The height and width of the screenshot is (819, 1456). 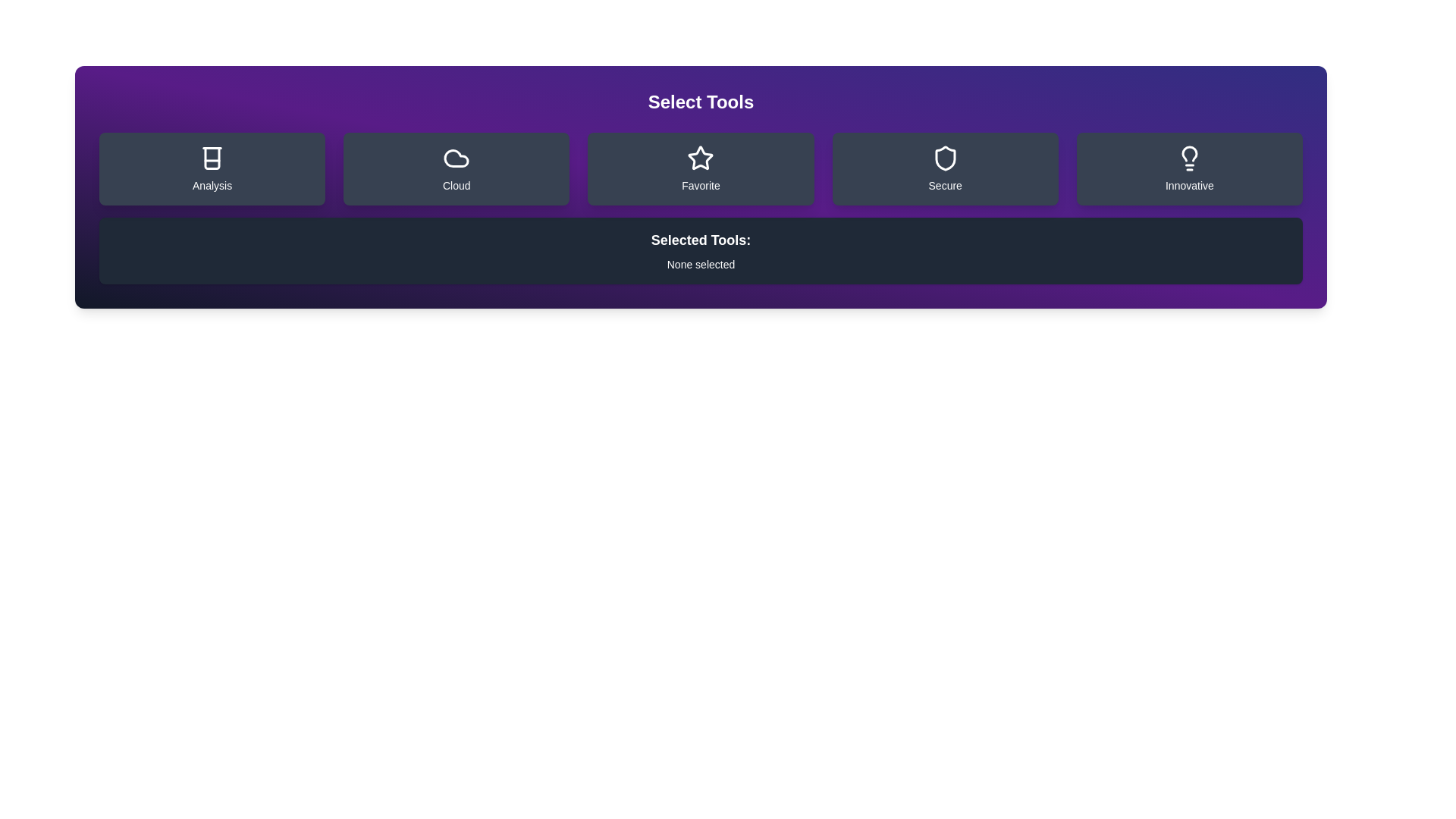 What do you see at coordinates (456, 158) in the screenshot?
I see `the 'Cloud' tool icon, which is the first element in the top row of the main interface` at bounding box center [456, 158].